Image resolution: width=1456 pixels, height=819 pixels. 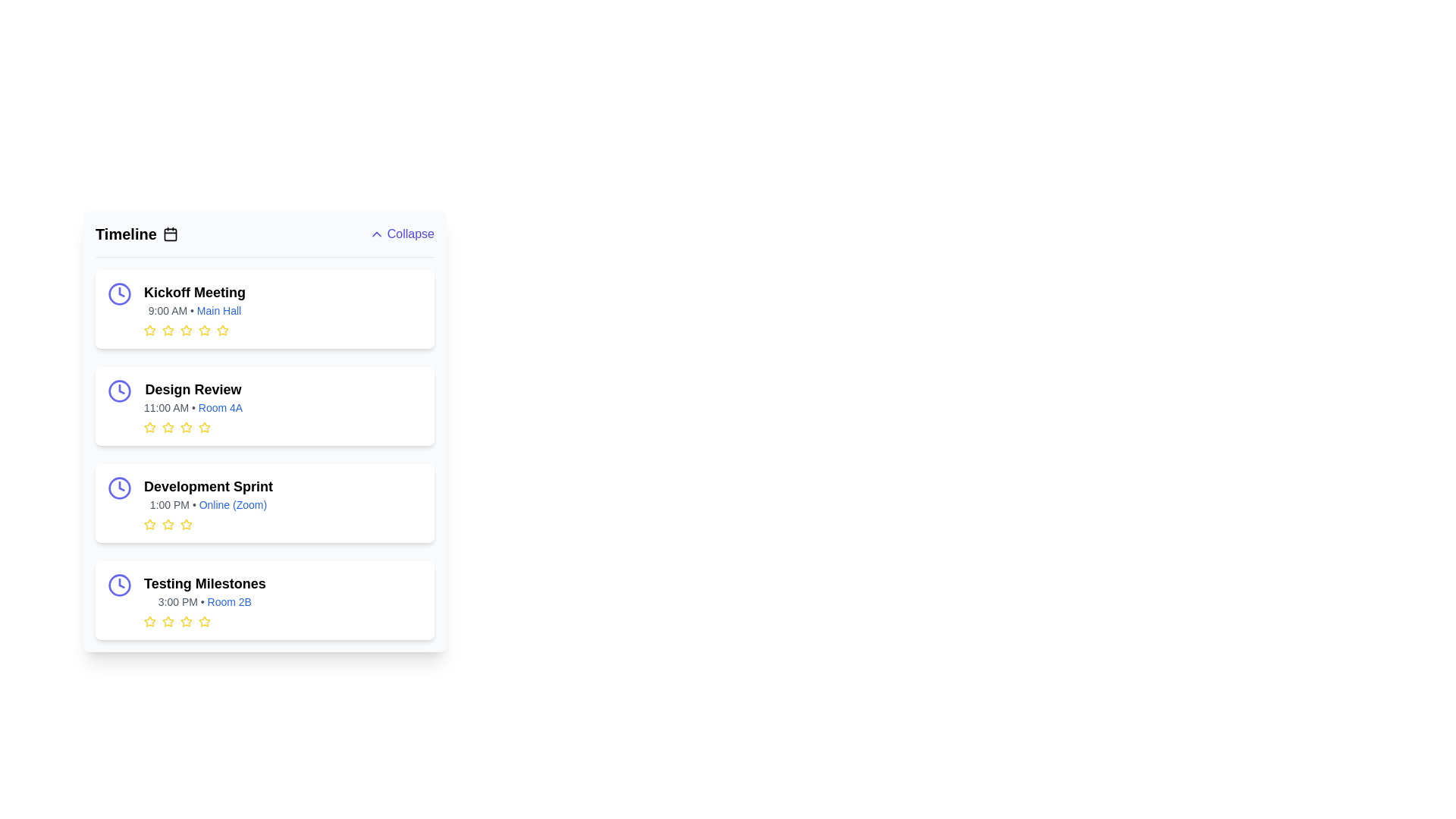 What do you see at coordinates (168, 329) in the screenshot?
I see `the first star icon` at bounding box center [168, 329].